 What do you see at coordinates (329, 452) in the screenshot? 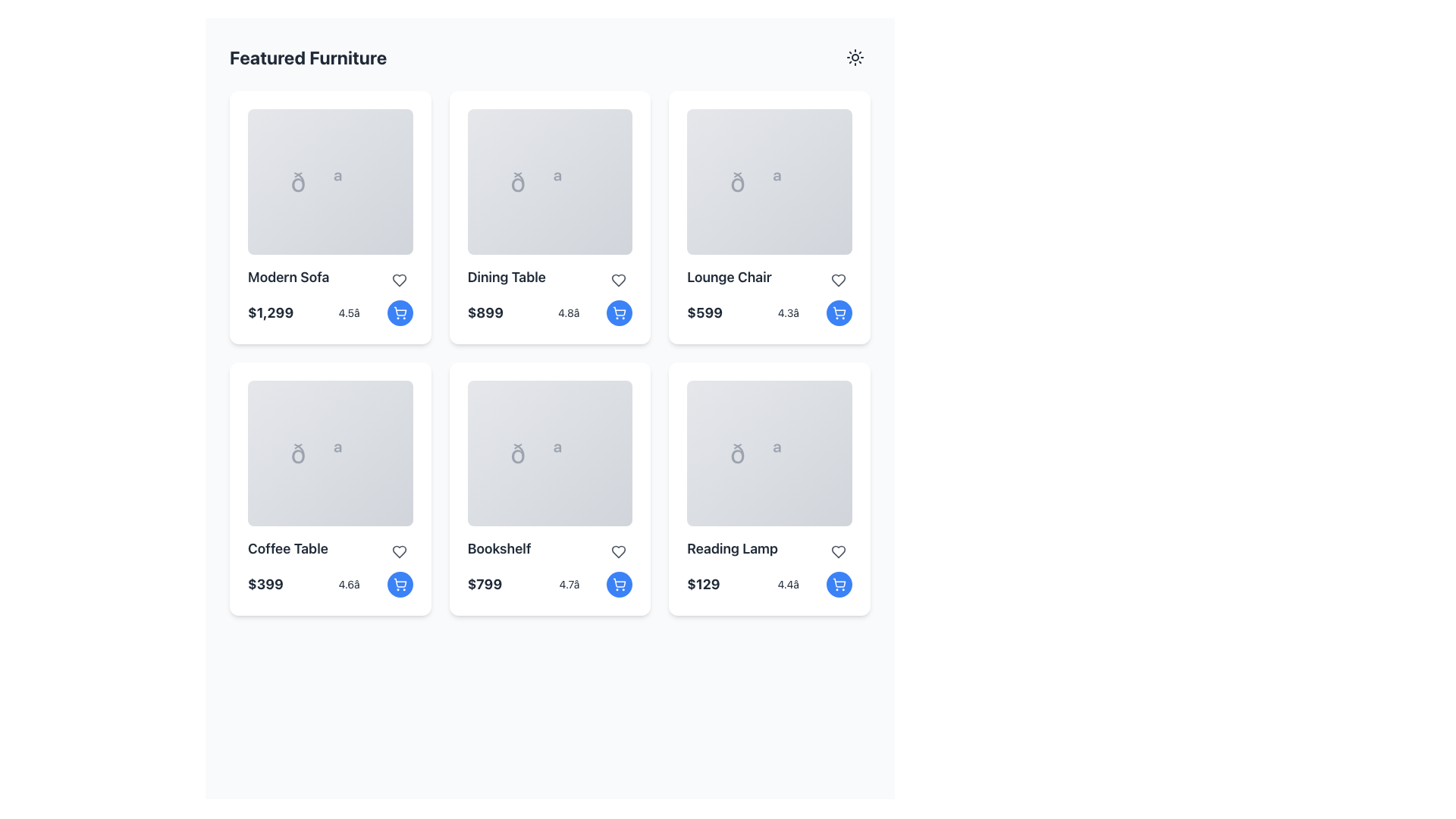
I see `the decorative text component representing the 'Coffee Table' card, which is centered in the upper graphical portion of the card` at bounding box center [329, 452].